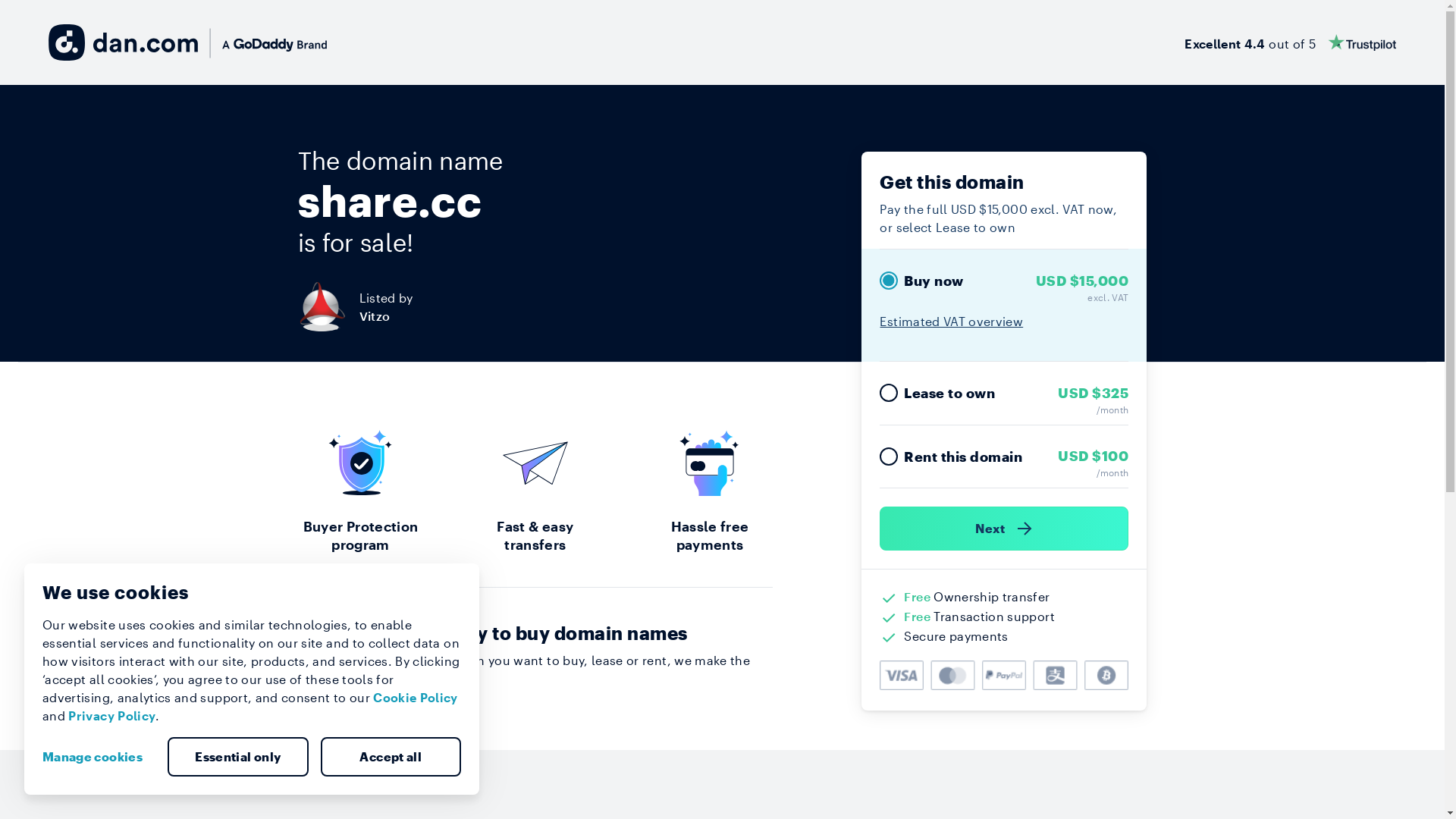  Describe the element at coordinates (111, 715) in the screenshot. I see `'Privacy Policy'` at that location.